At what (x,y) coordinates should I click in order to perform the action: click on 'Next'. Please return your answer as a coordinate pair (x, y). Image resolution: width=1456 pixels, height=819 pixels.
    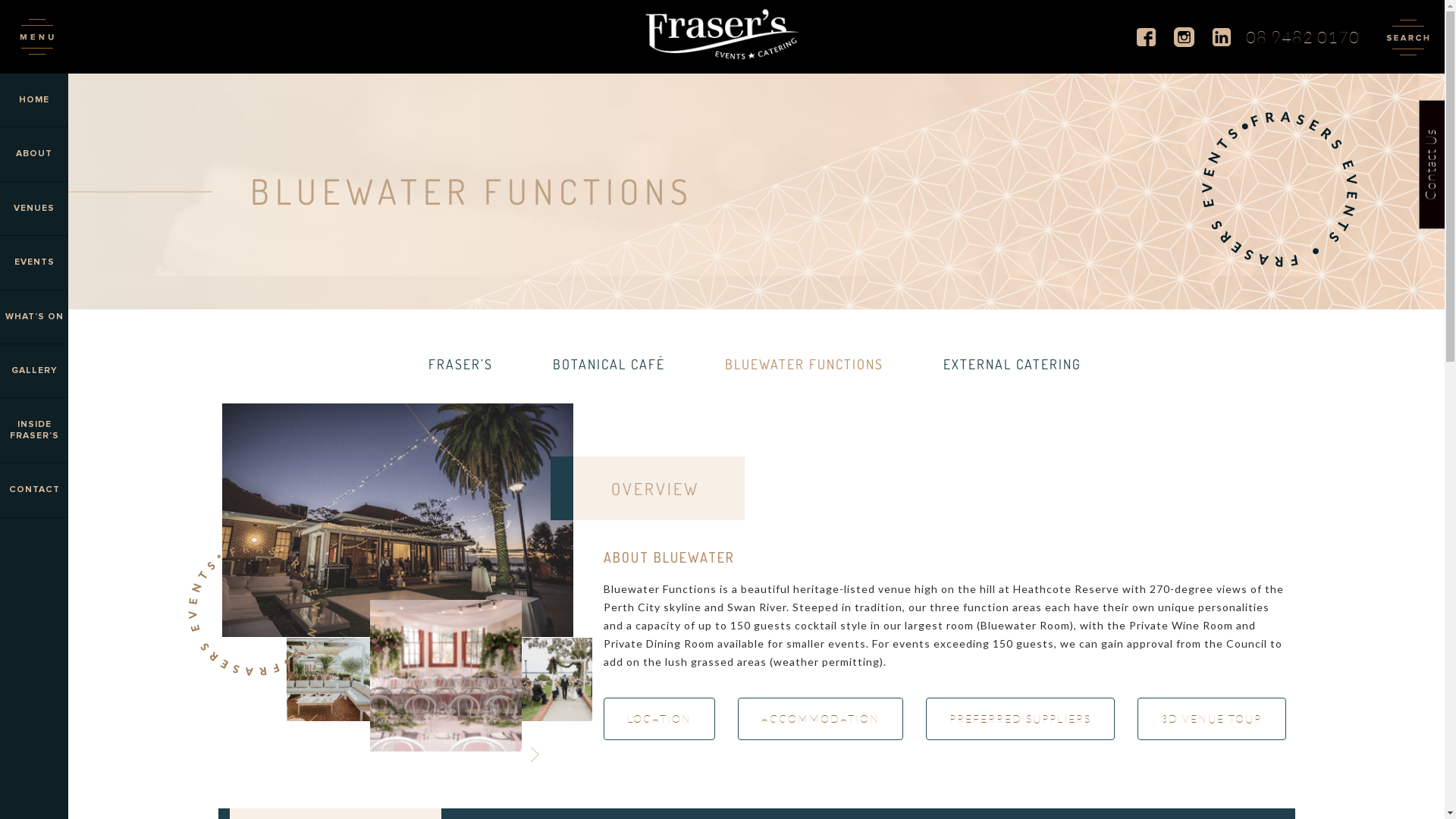
    Looking at the image, I should click on (533, 755).